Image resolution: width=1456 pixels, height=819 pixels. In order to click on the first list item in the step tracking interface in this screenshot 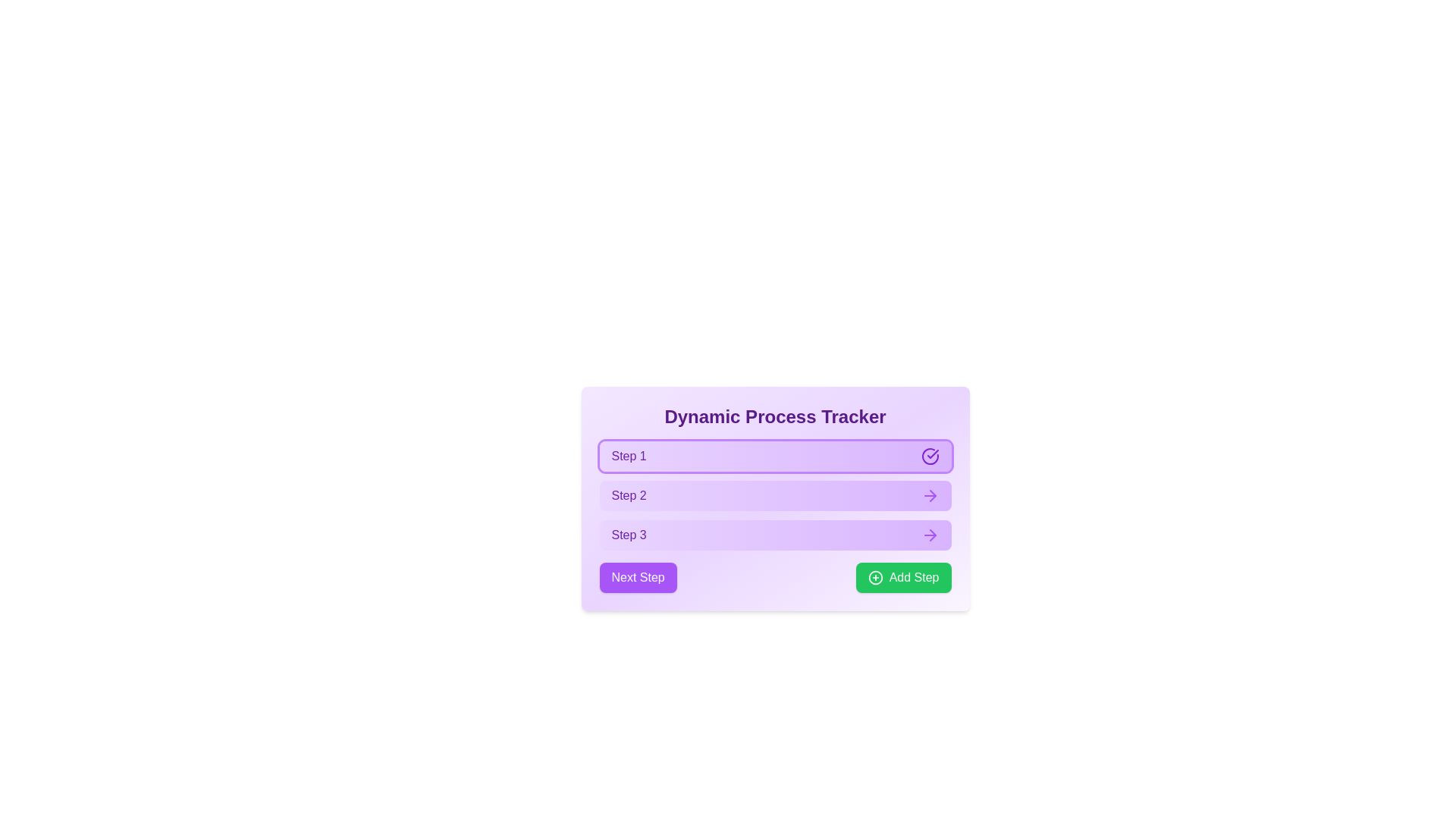, I will do `click(775, 455)`.